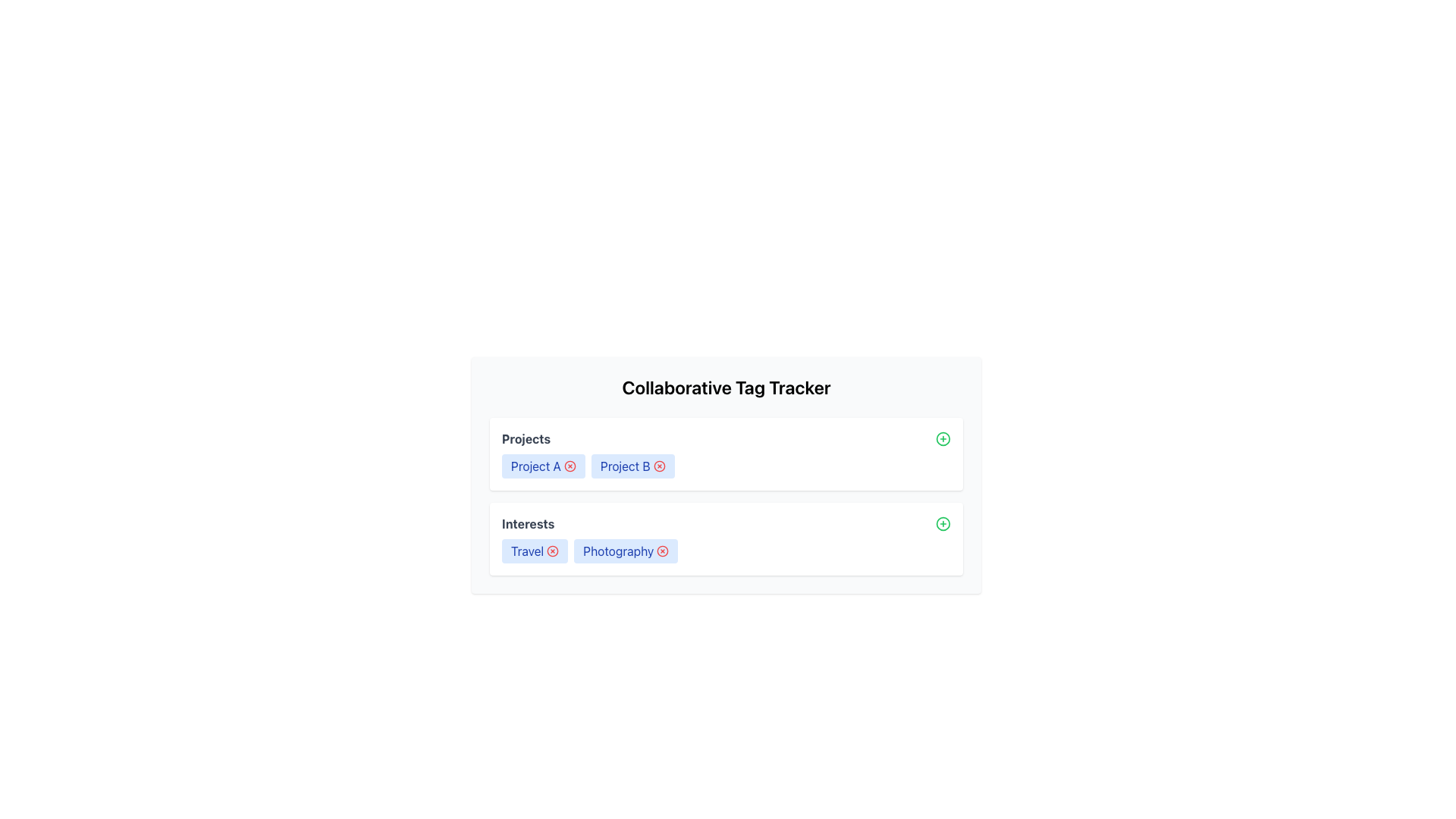 The image size is (1456, 819). What do you see at coordinates (659, 465) in the screenshot?
I see `the icon button located at the top-right corner of the 'Project B' tag in the 'Projects' section to change its appearance` at bounding box center [659, 465].